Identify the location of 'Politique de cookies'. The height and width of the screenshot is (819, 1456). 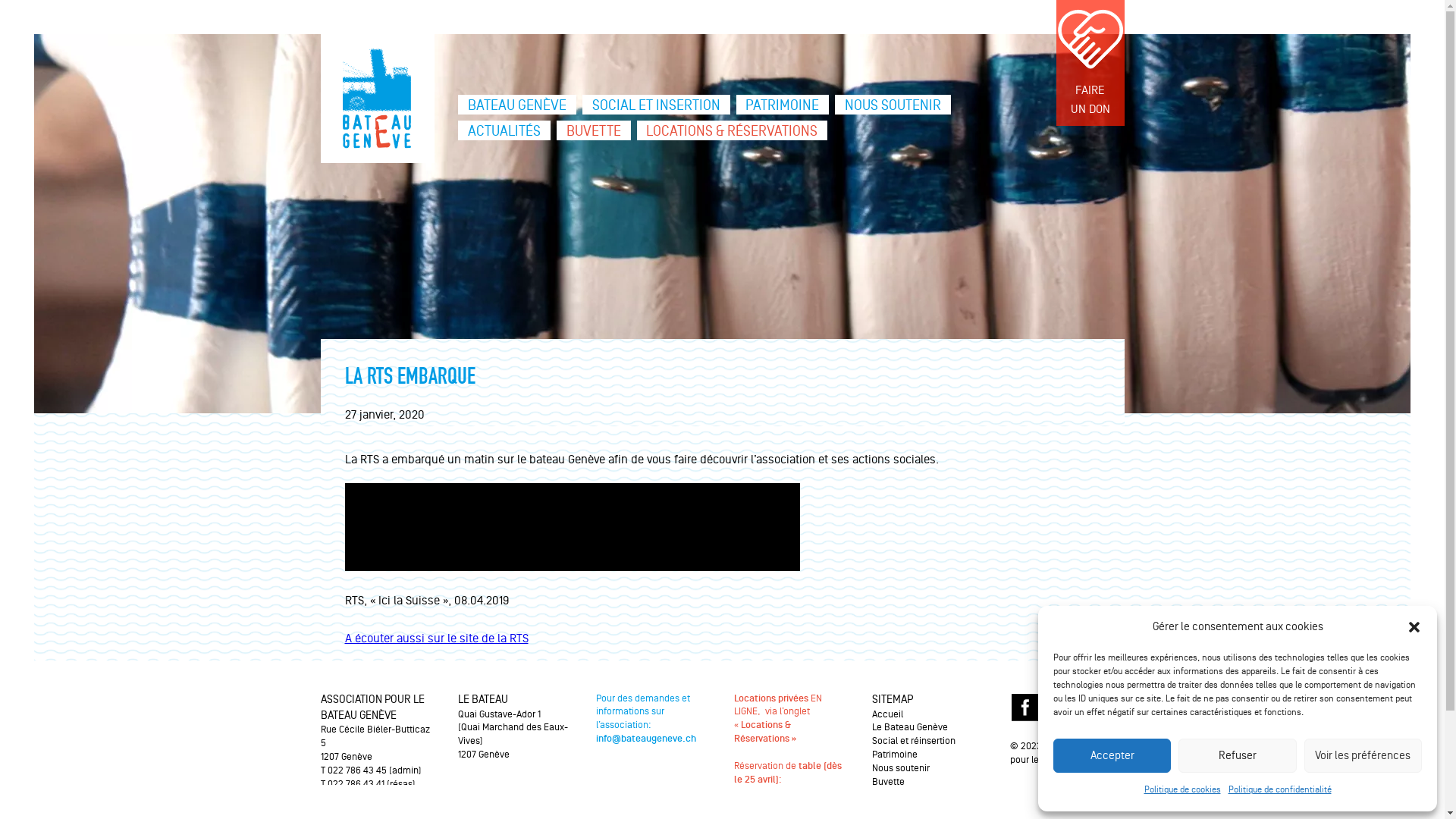
(1181, 789).